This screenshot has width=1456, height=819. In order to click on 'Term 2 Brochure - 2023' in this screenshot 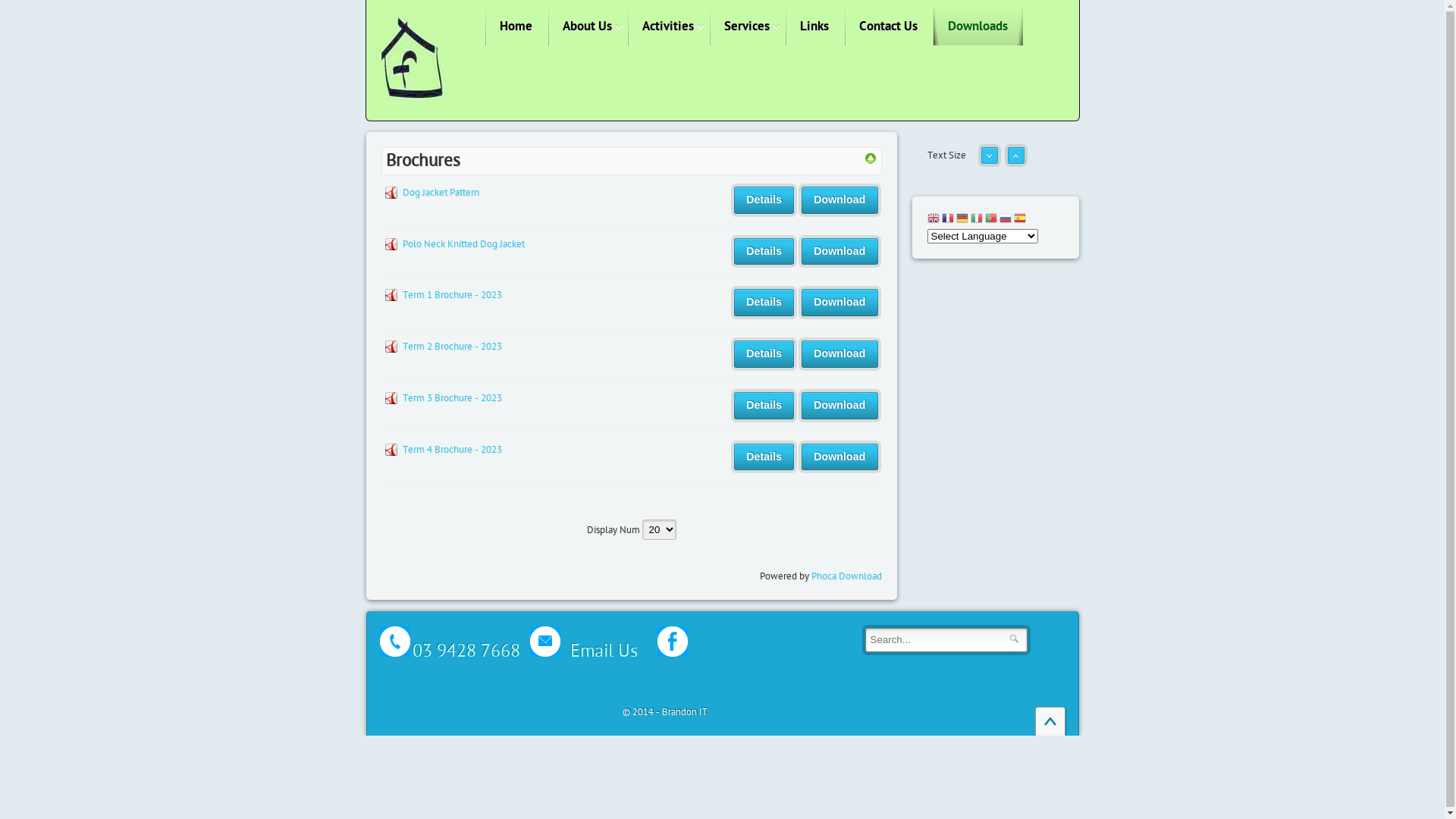, I will do `click(401, 346)`.